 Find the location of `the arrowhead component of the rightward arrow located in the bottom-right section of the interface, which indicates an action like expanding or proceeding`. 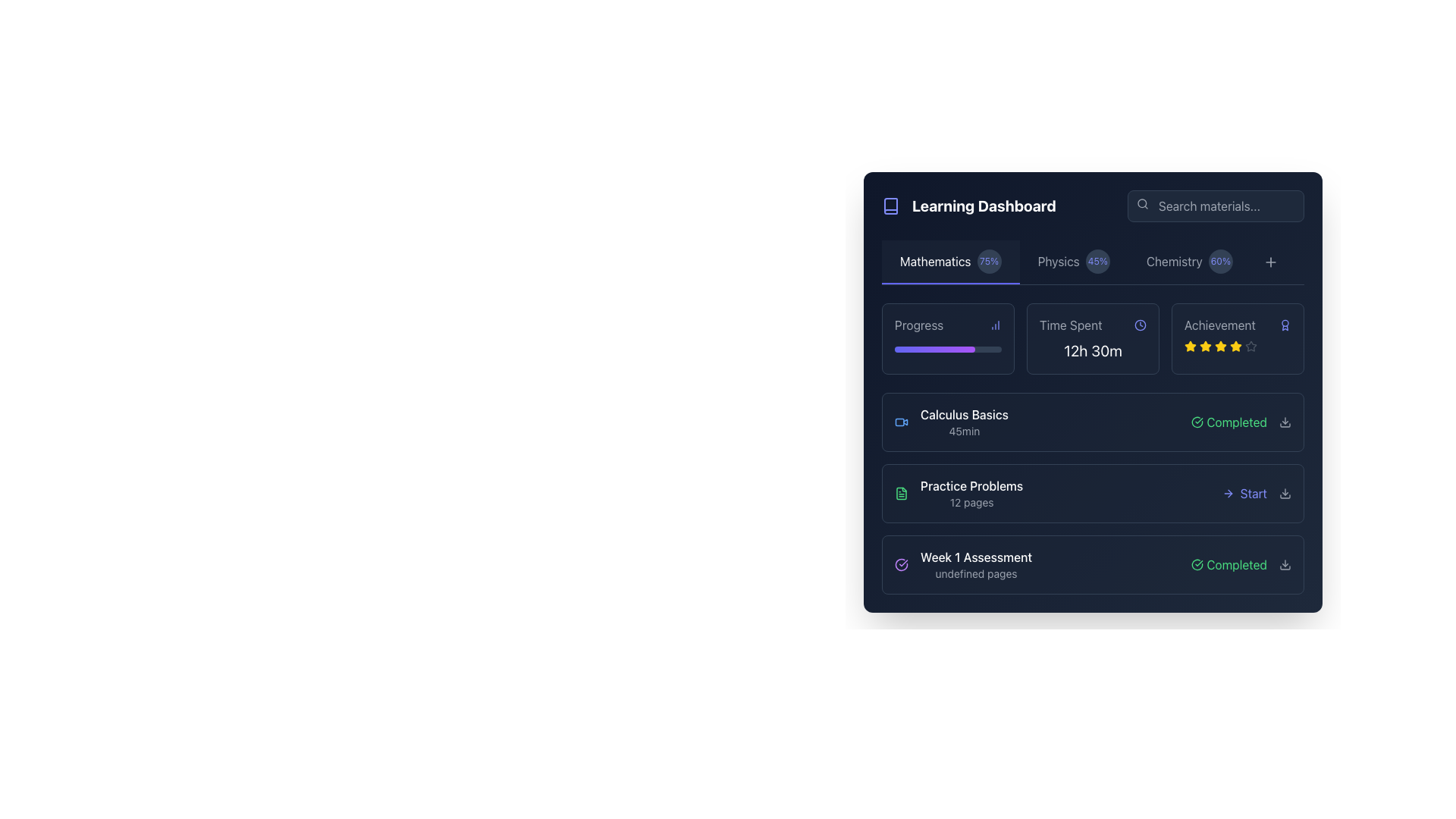

the arrowhead component of the rightward arrow located in the bottom-right section of the interface, which indicates an action like expanding or proceeding is located at coordinates (1230, 494).